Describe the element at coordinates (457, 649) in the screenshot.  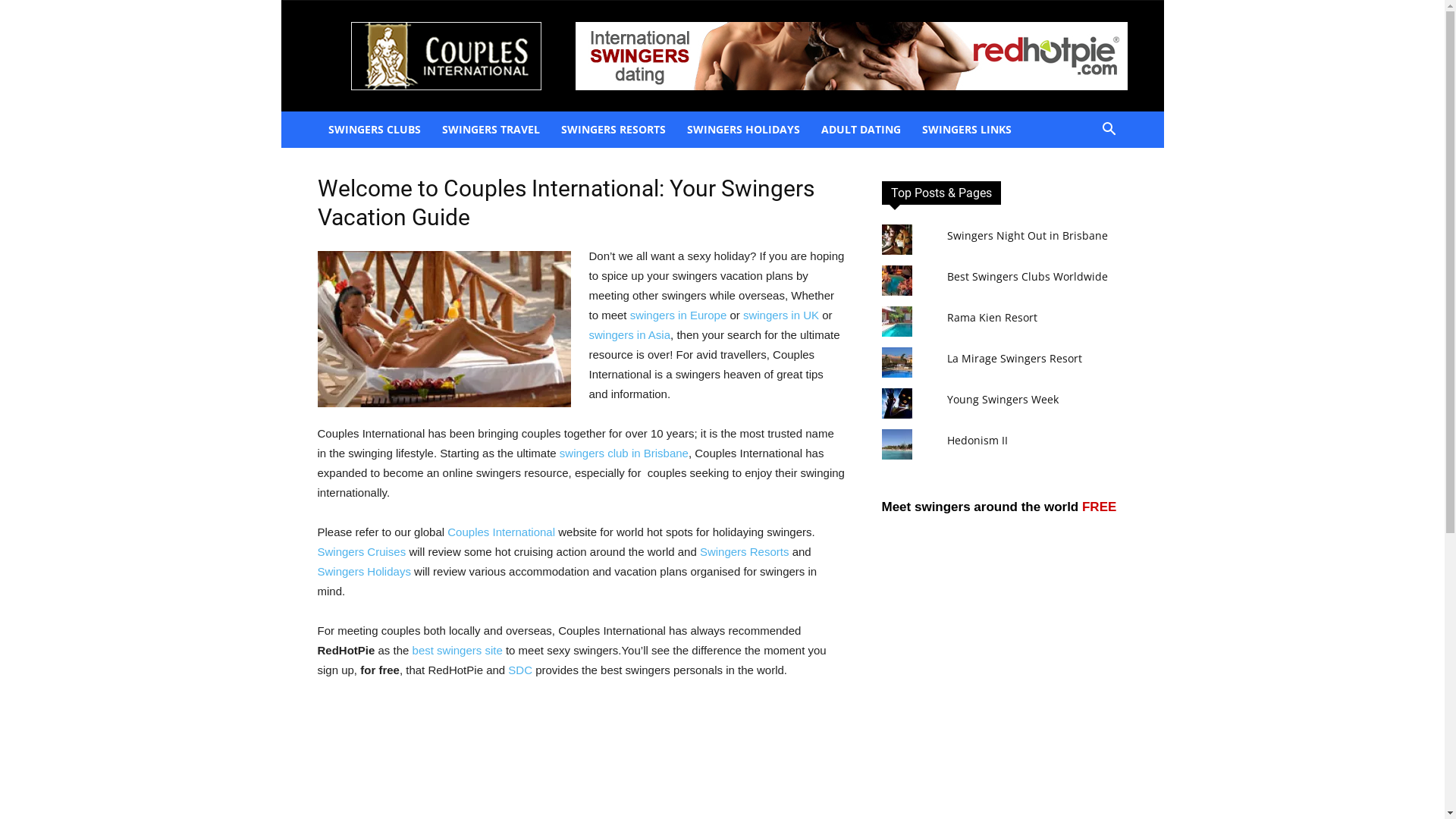
I see `'best swingers site'` at that location.